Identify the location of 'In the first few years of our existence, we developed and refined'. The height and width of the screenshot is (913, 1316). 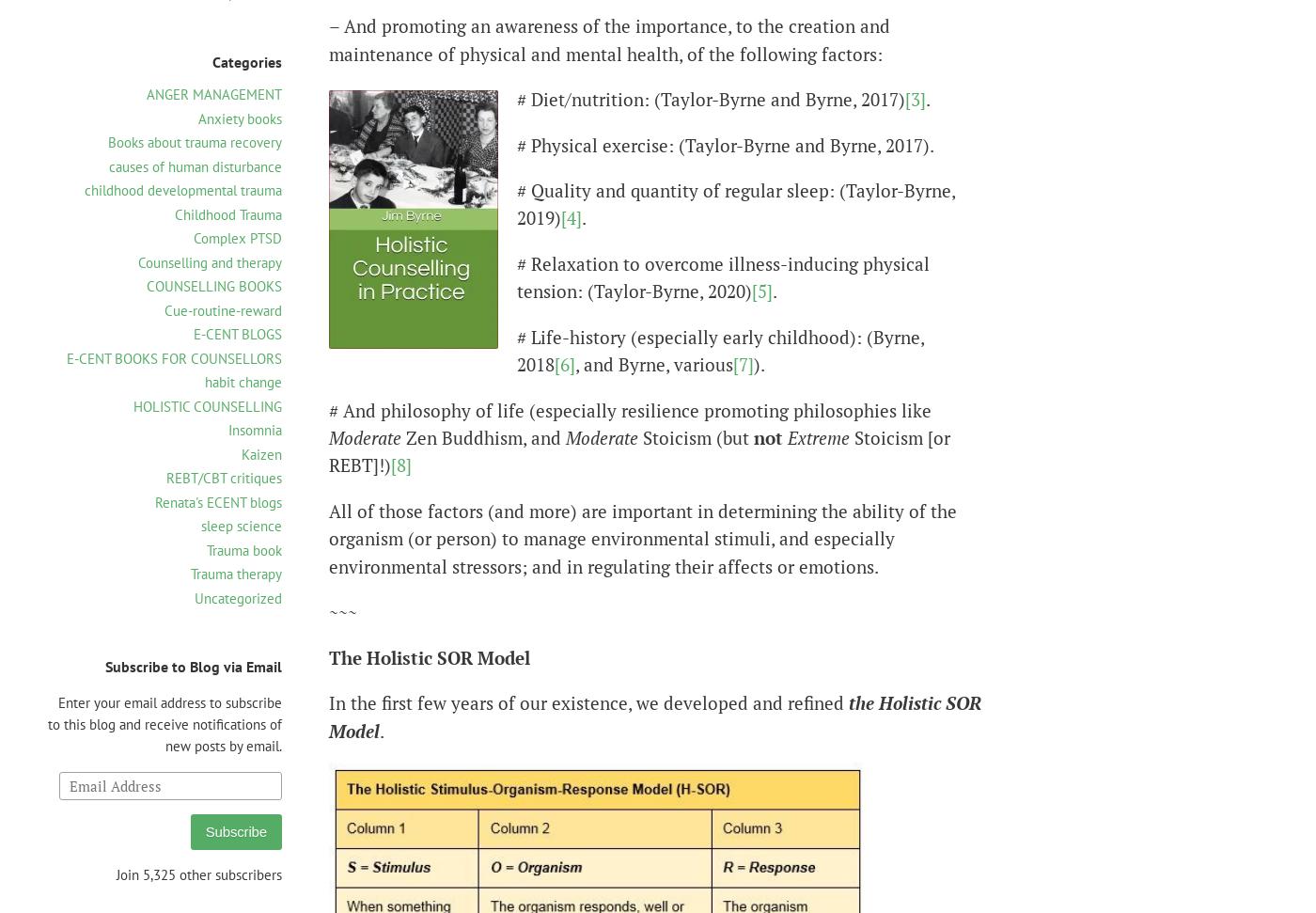
(329, 701).